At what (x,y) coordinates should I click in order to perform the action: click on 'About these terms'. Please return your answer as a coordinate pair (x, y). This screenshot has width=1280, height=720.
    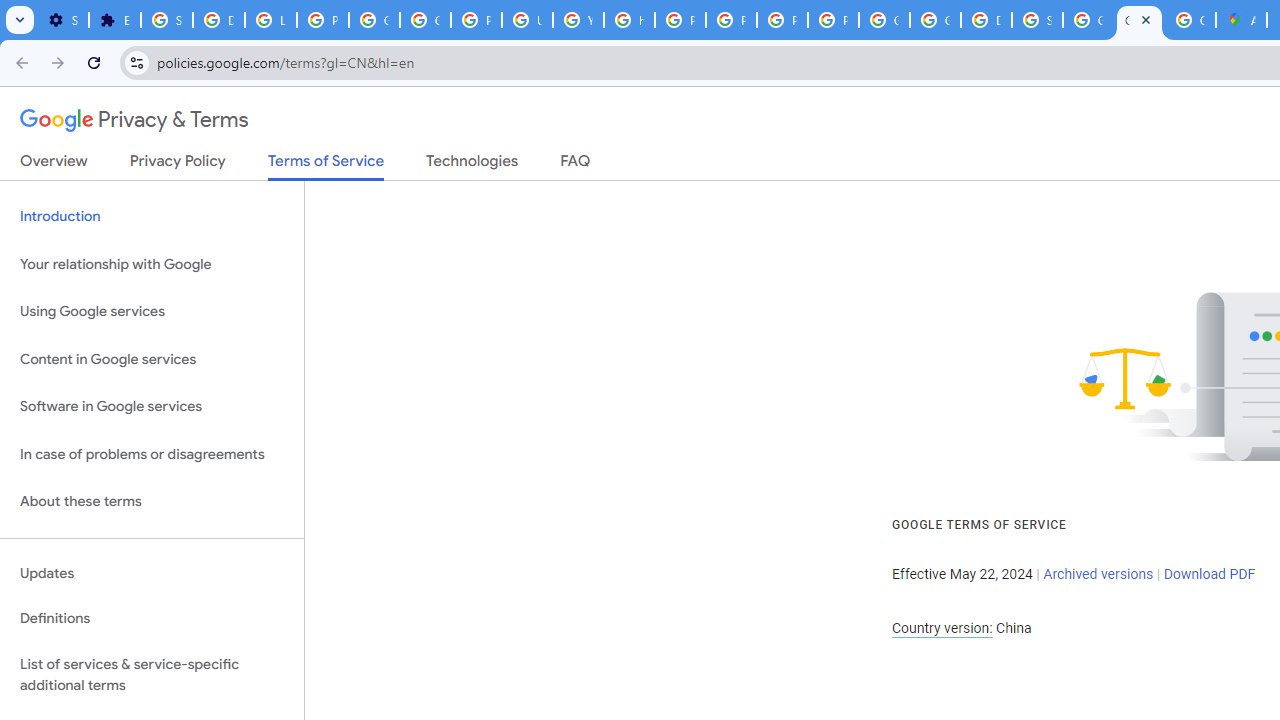
    Looking at the image, I should click on (151, 501).